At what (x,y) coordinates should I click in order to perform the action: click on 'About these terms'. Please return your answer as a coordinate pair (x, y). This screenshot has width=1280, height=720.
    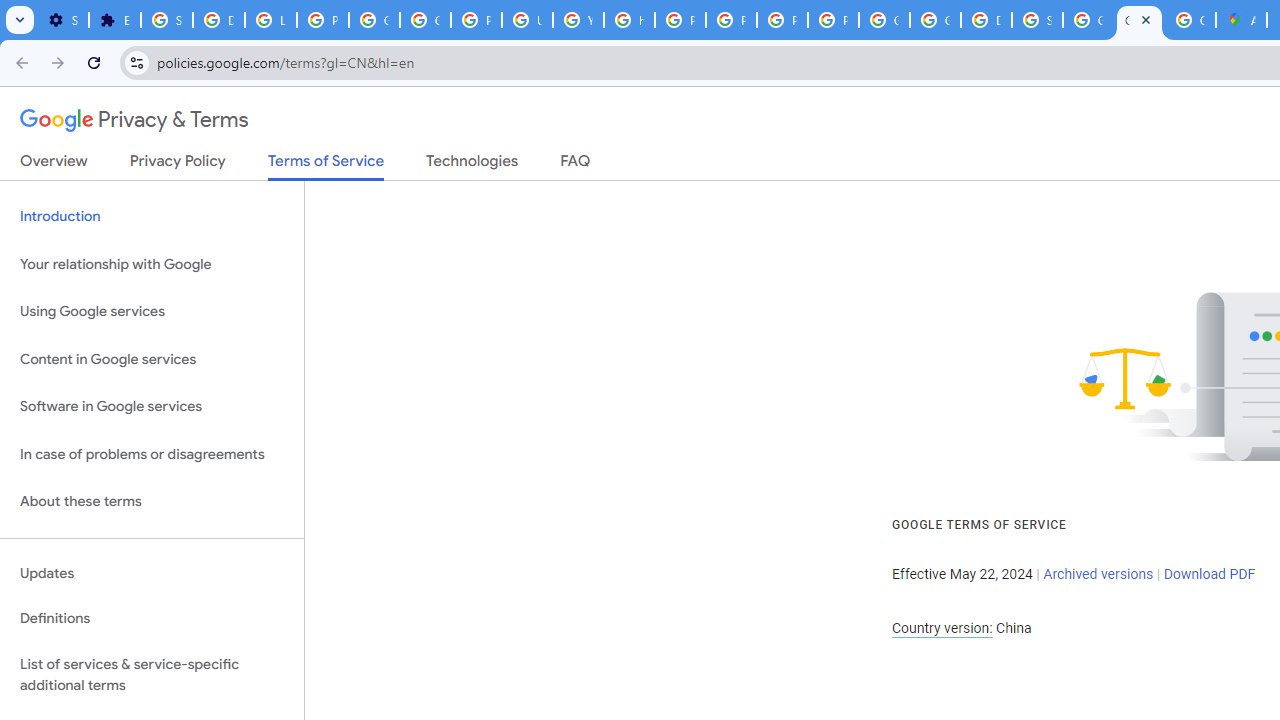
    Looking at the image, I should click on (151, 501).